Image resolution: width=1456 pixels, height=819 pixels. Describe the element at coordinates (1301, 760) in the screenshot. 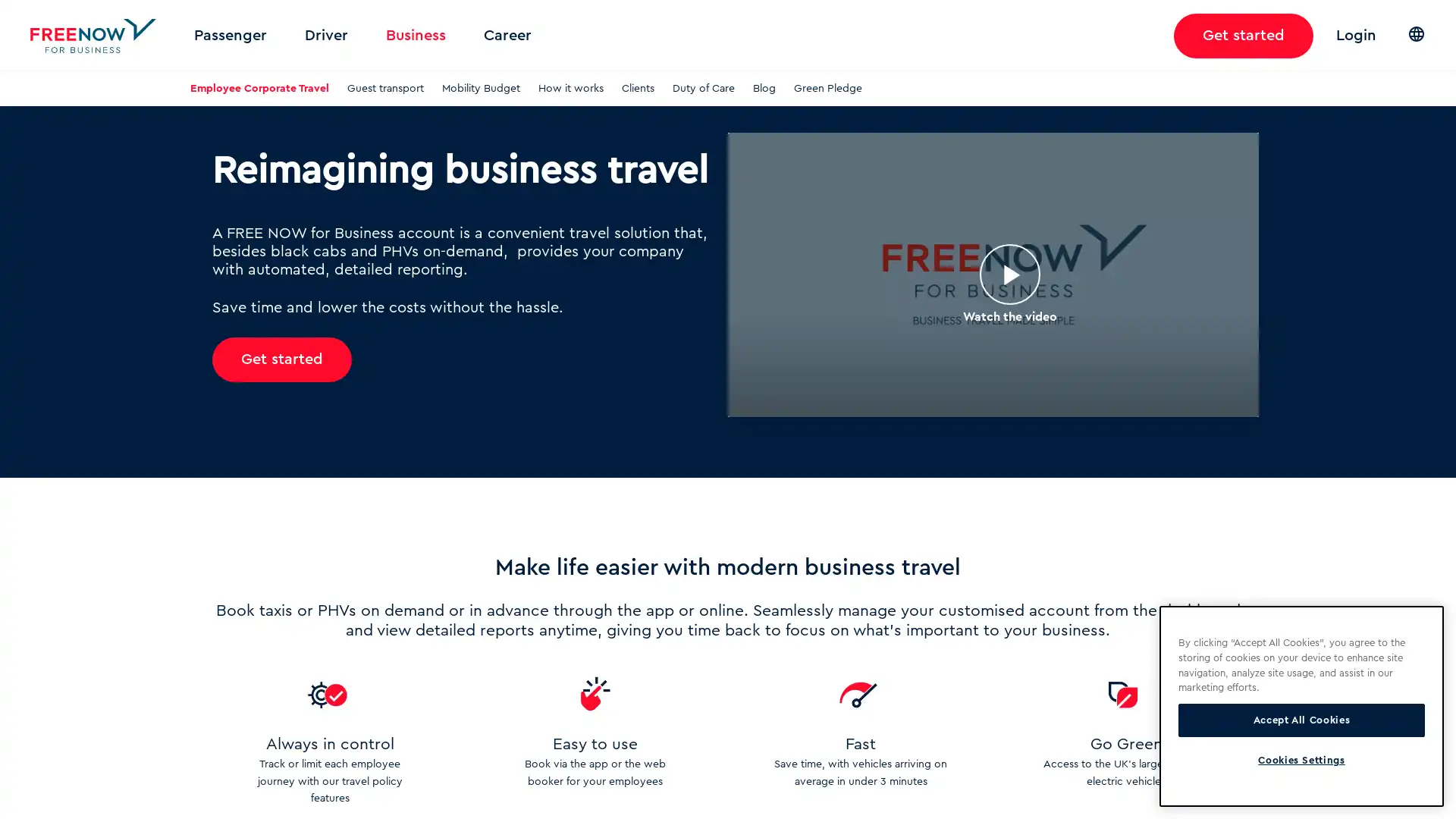

I see `Cookies Settings` at that location.